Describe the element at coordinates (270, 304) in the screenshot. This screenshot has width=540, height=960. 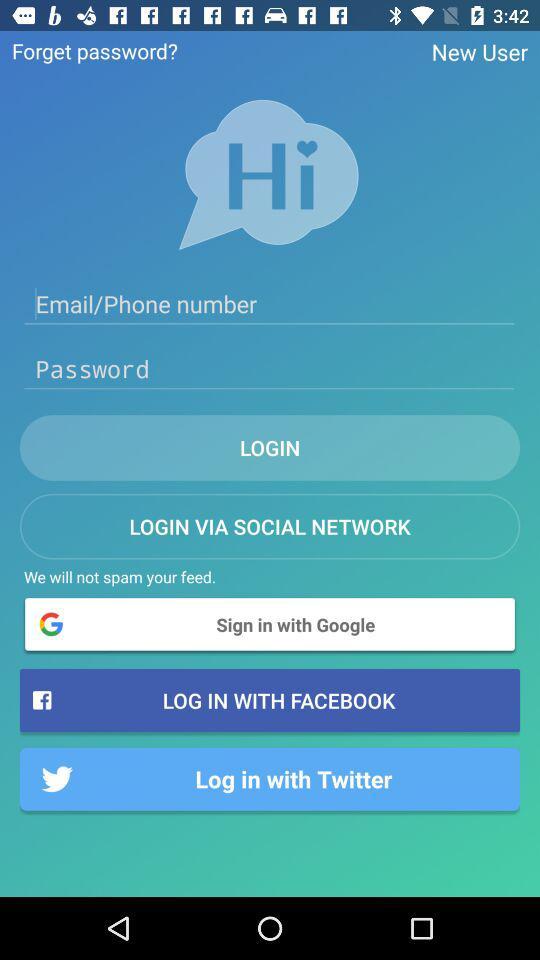
I see `email login` at that location.